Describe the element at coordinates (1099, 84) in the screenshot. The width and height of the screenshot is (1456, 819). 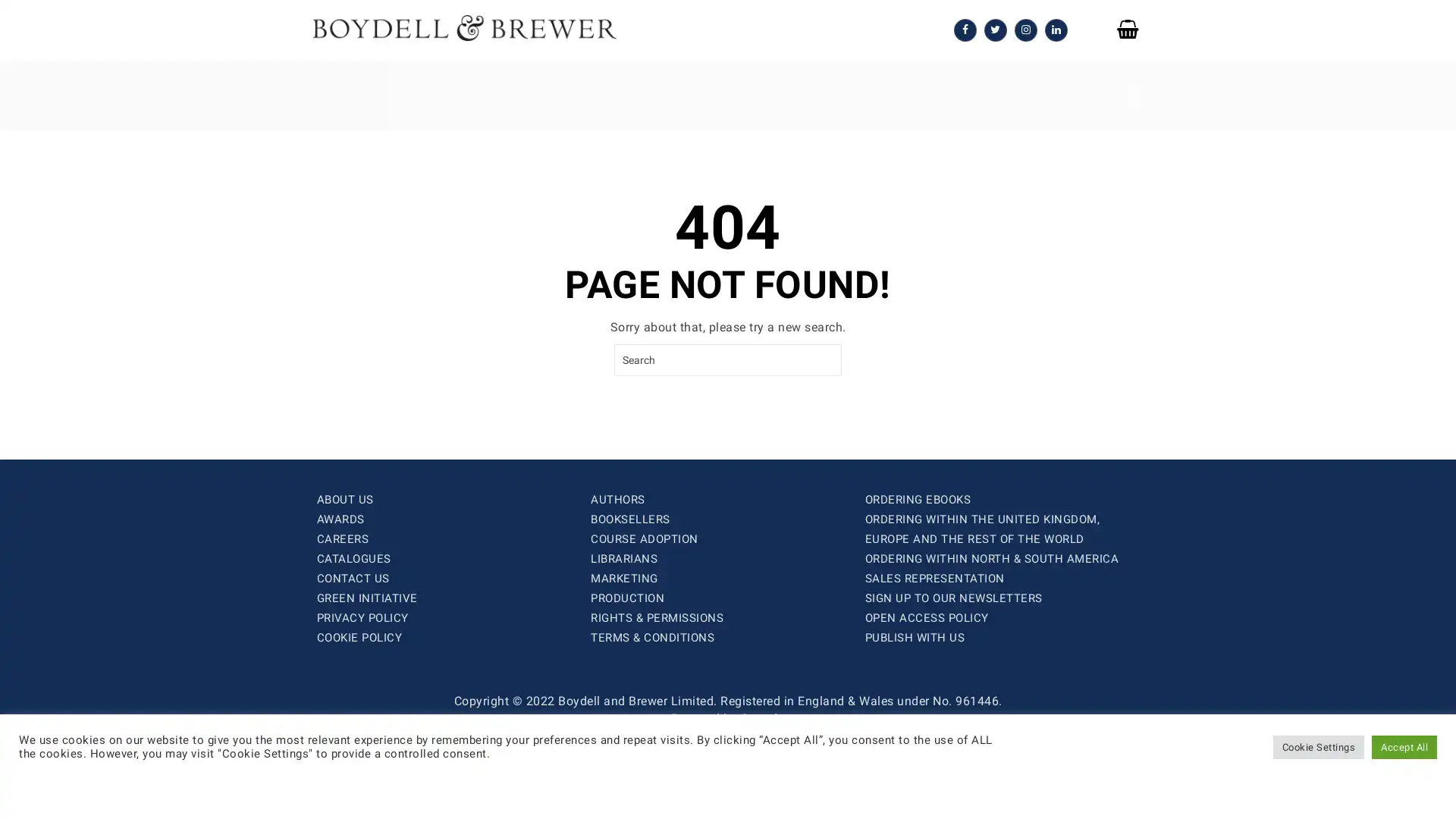
I see `SEARCH` at that location.